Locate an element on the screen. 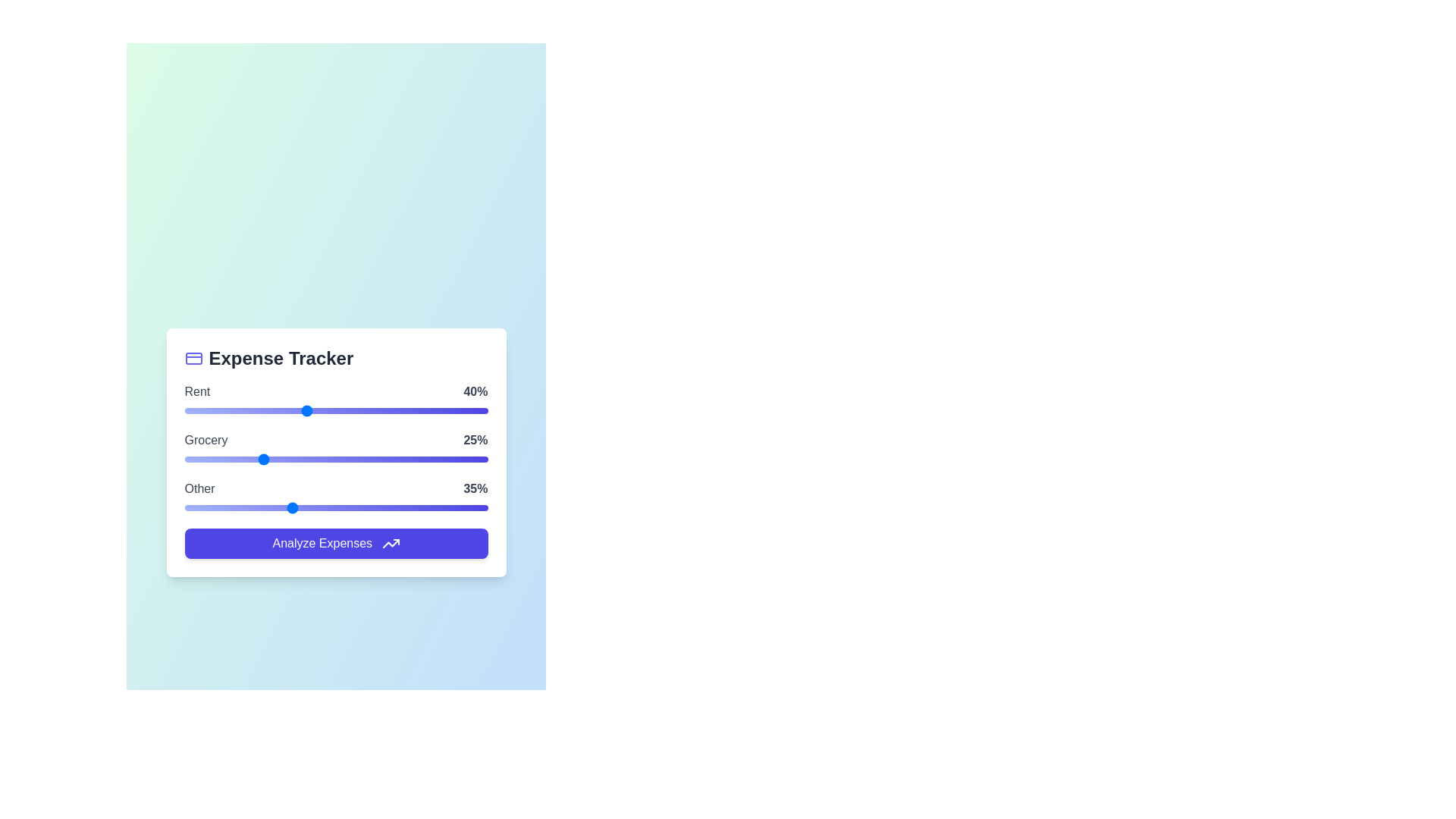  the 'Other' slider to 40% is located at coordinates (305, 507).